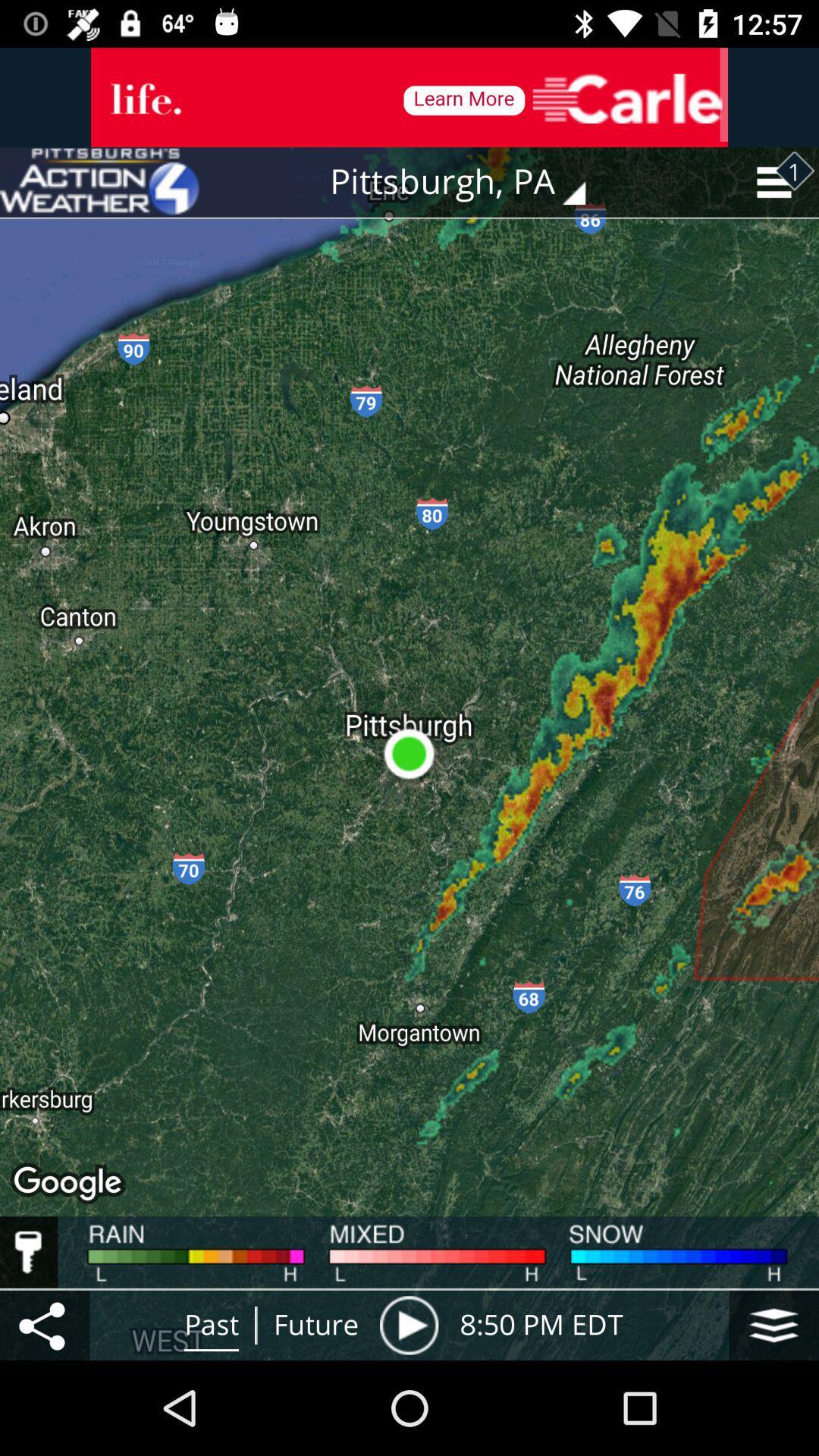 The height and width of the screenshot is (1456, 819). I want to click on pittsburgh, pa icon, so click(468, 182).